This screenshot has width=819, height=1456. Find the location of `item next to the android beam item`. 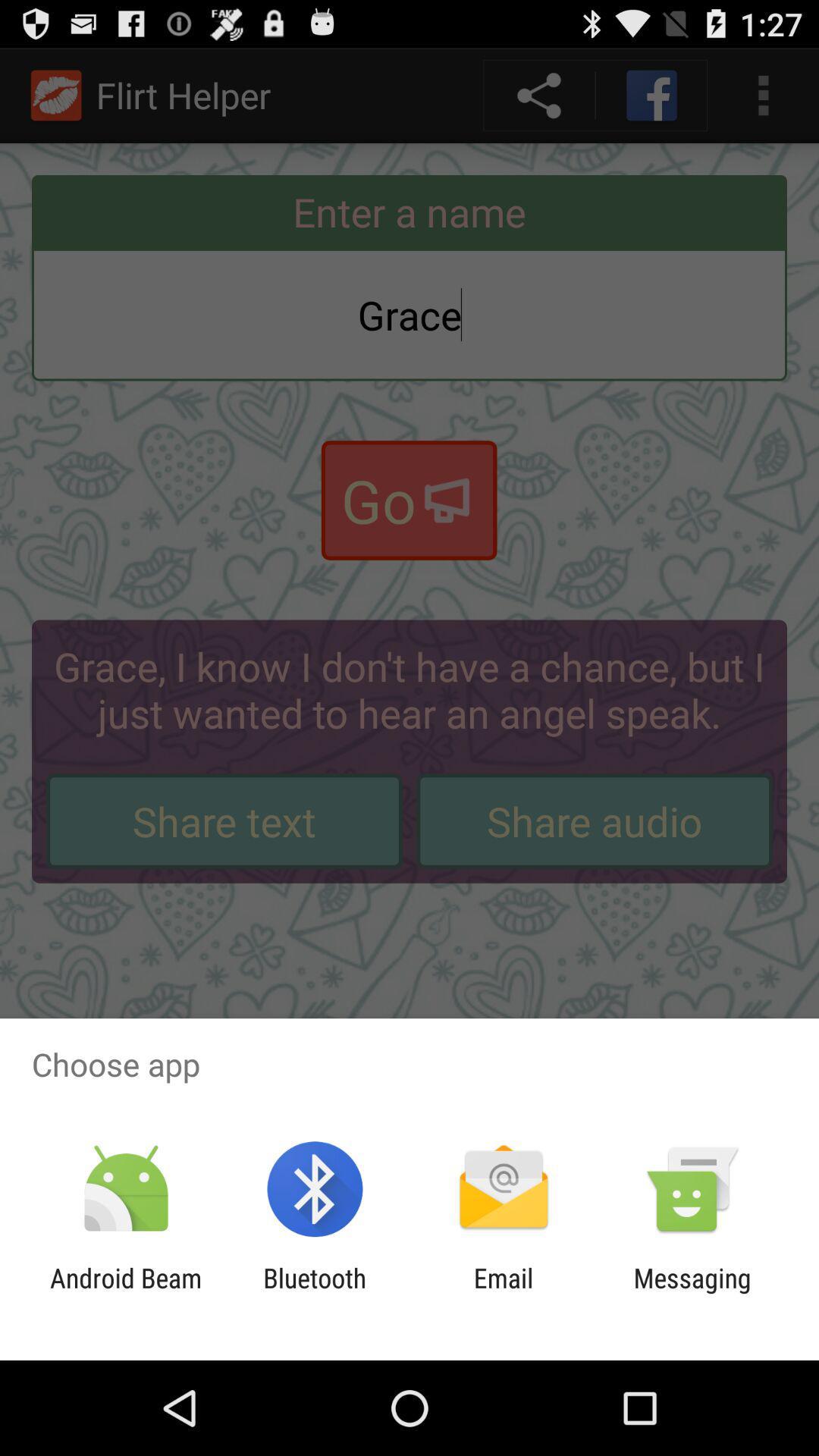

item next to the android beam item is located at coordinates (314, 1293).